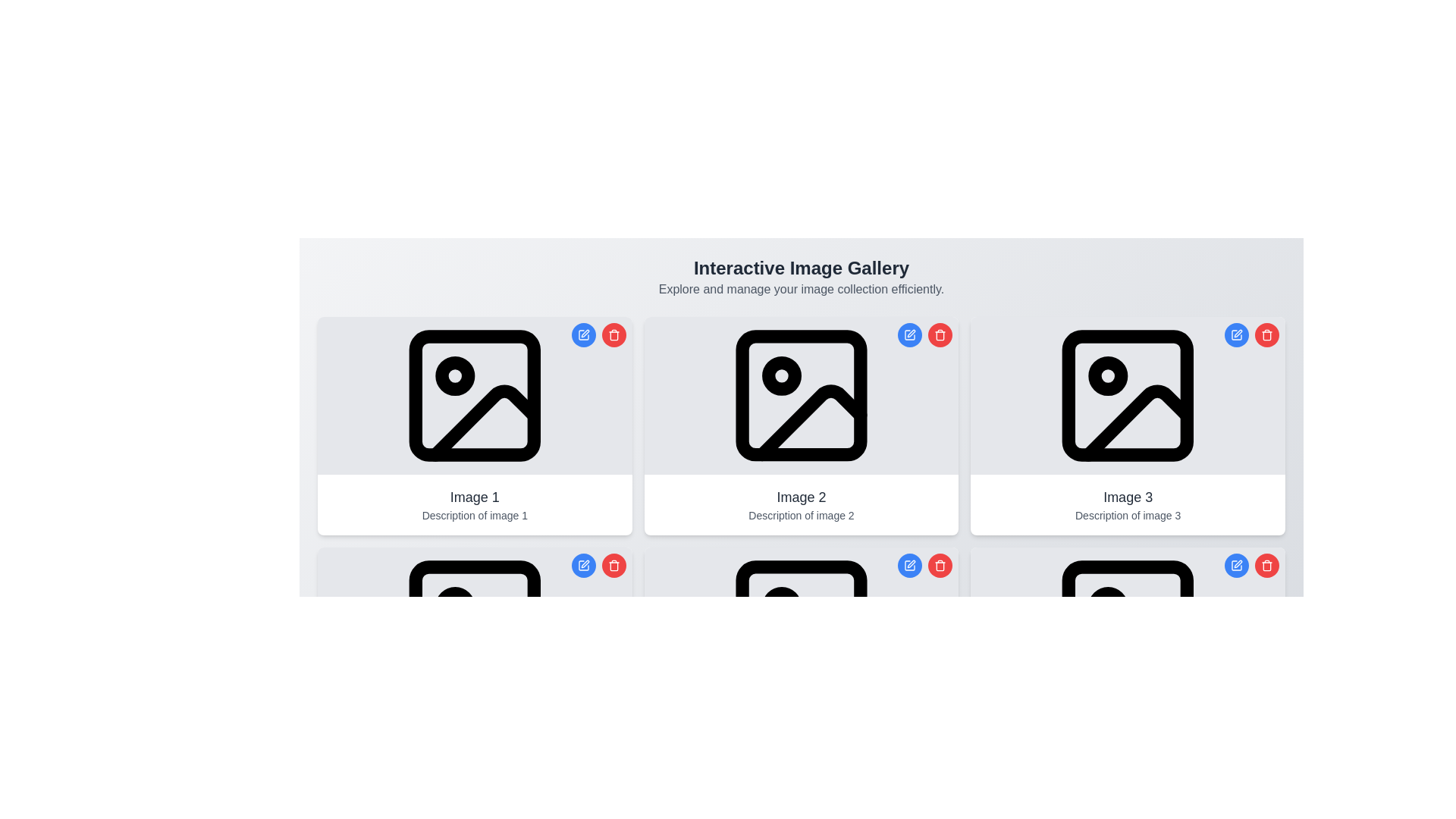  What do you see at coordinates (939, 565) in the screenshot?
I see `the delete icon located within the red circular button at the top-right corner of the card representing 'Image 2' in the gallery` at bounding box center [939, 565].